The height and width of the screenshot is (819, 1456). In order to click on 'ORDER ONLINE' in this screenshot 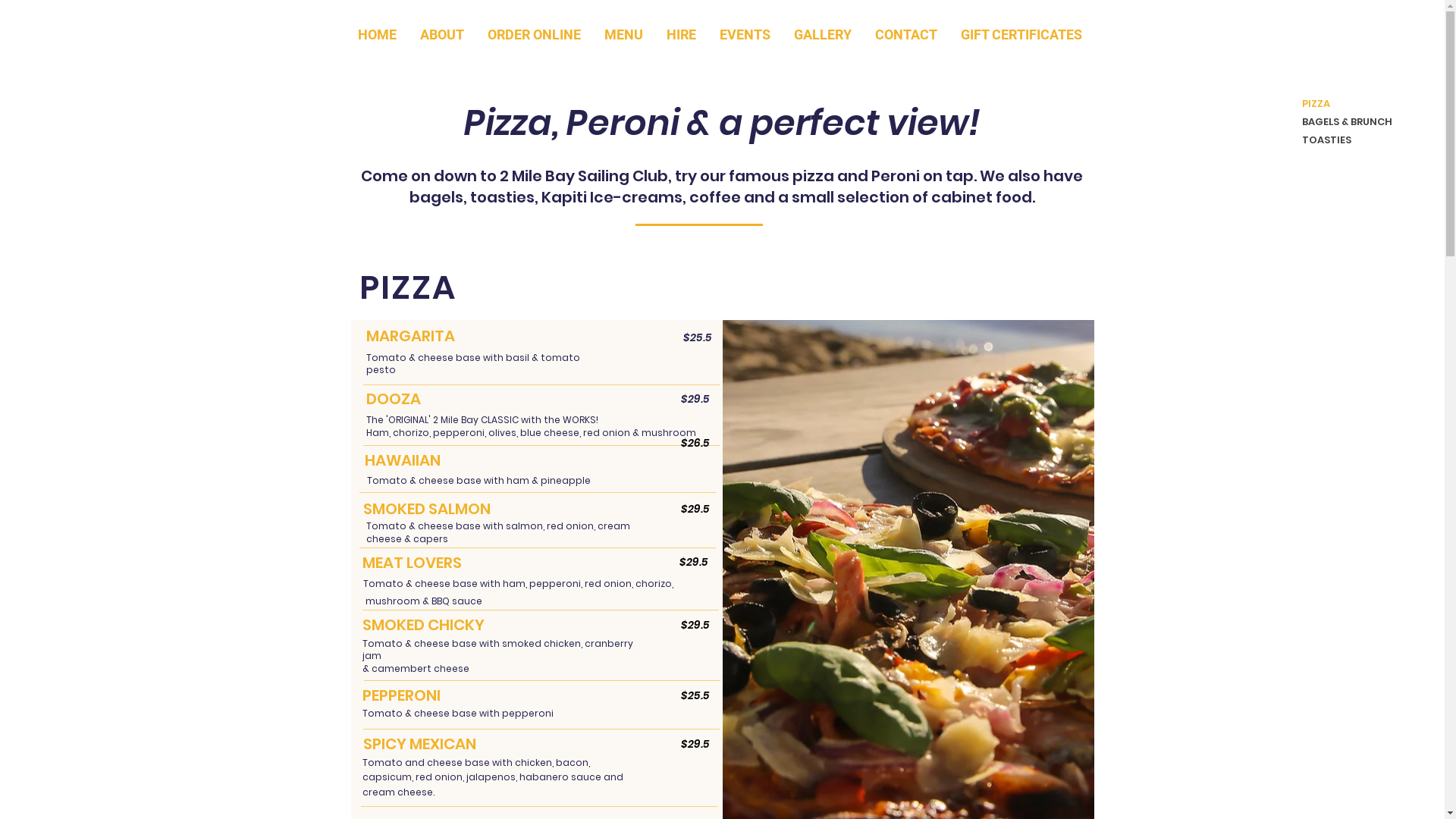, I will do `click(535, 34)`.